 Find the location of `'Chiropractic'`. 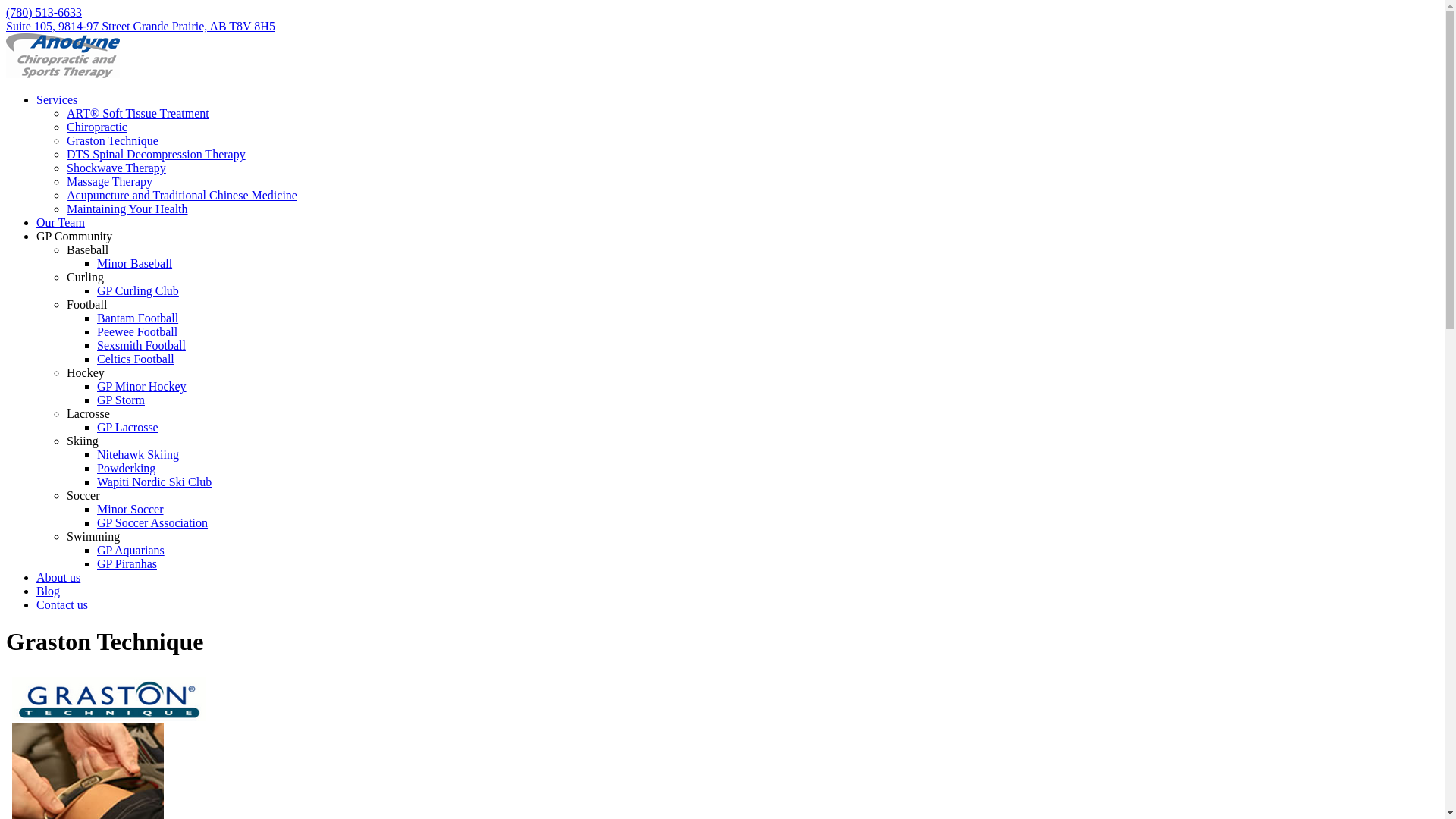

'Chiropractic' is located at coordinates (96, 126).